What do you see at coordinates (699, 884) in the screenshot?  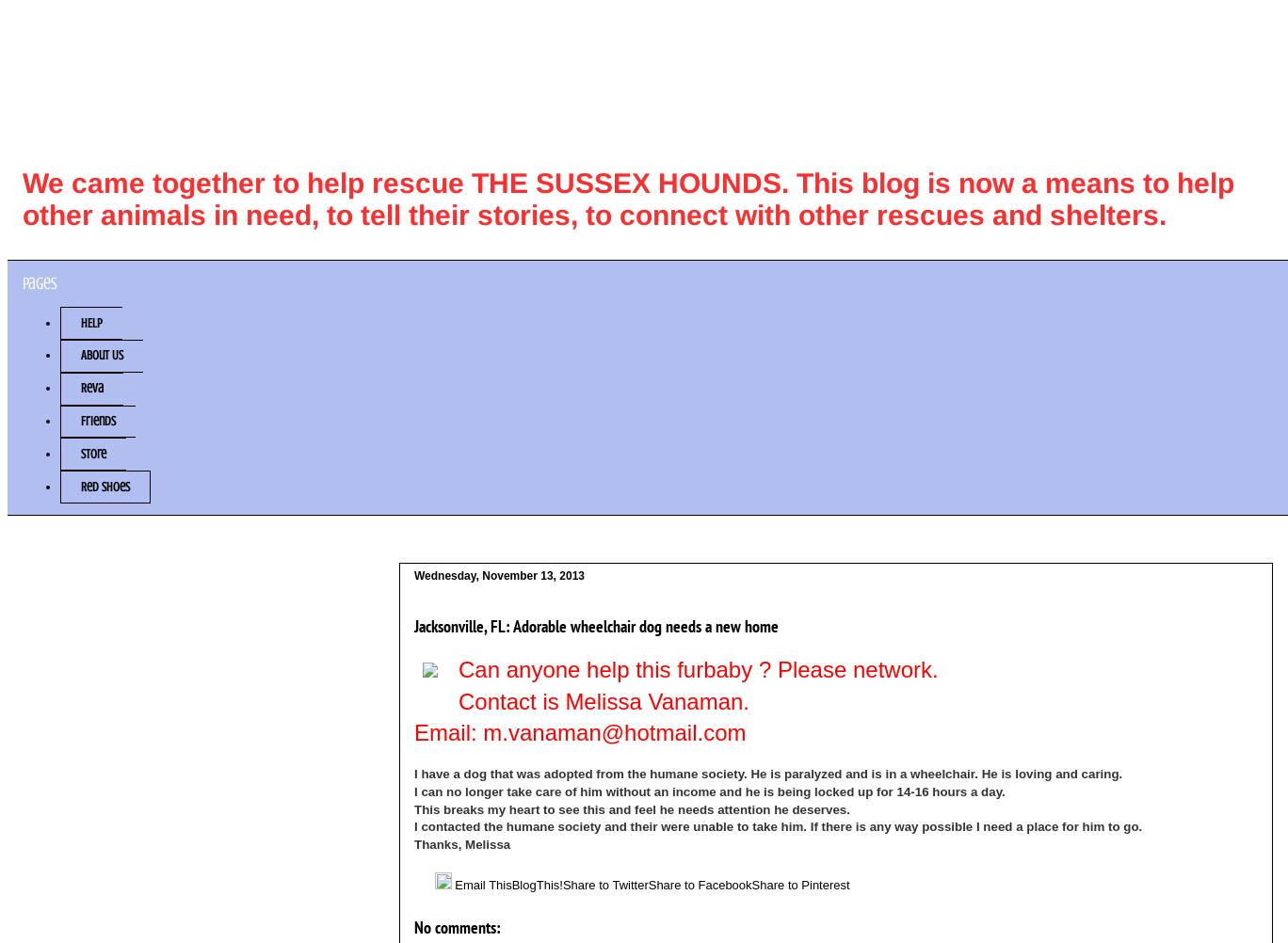 I see `'Share to Facebook'` at bounding box center [699, 884].